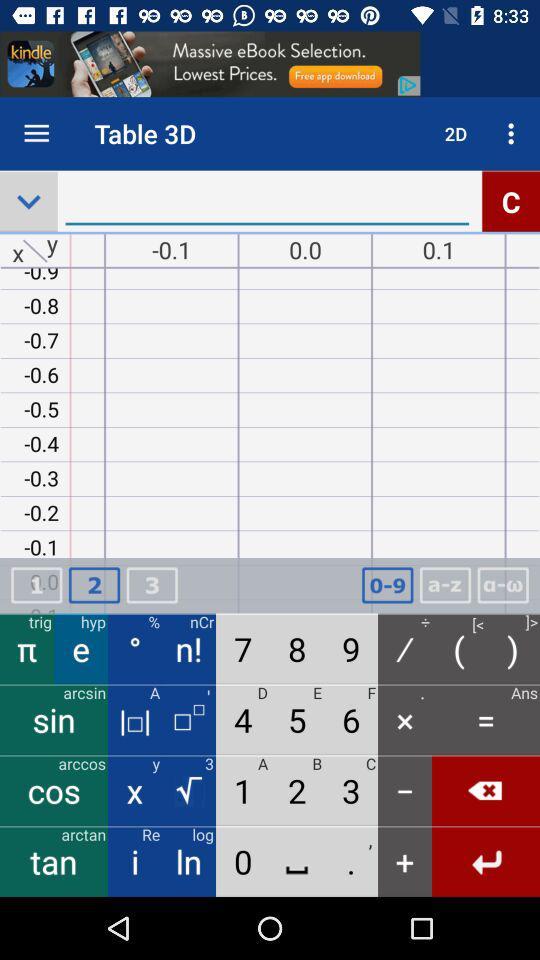 The width and height of the screenshot is (540, 960). What do you see at coordinates (511, 201) in the screenshot?
I see `the alphabet c` at bounding box center [511, 201].